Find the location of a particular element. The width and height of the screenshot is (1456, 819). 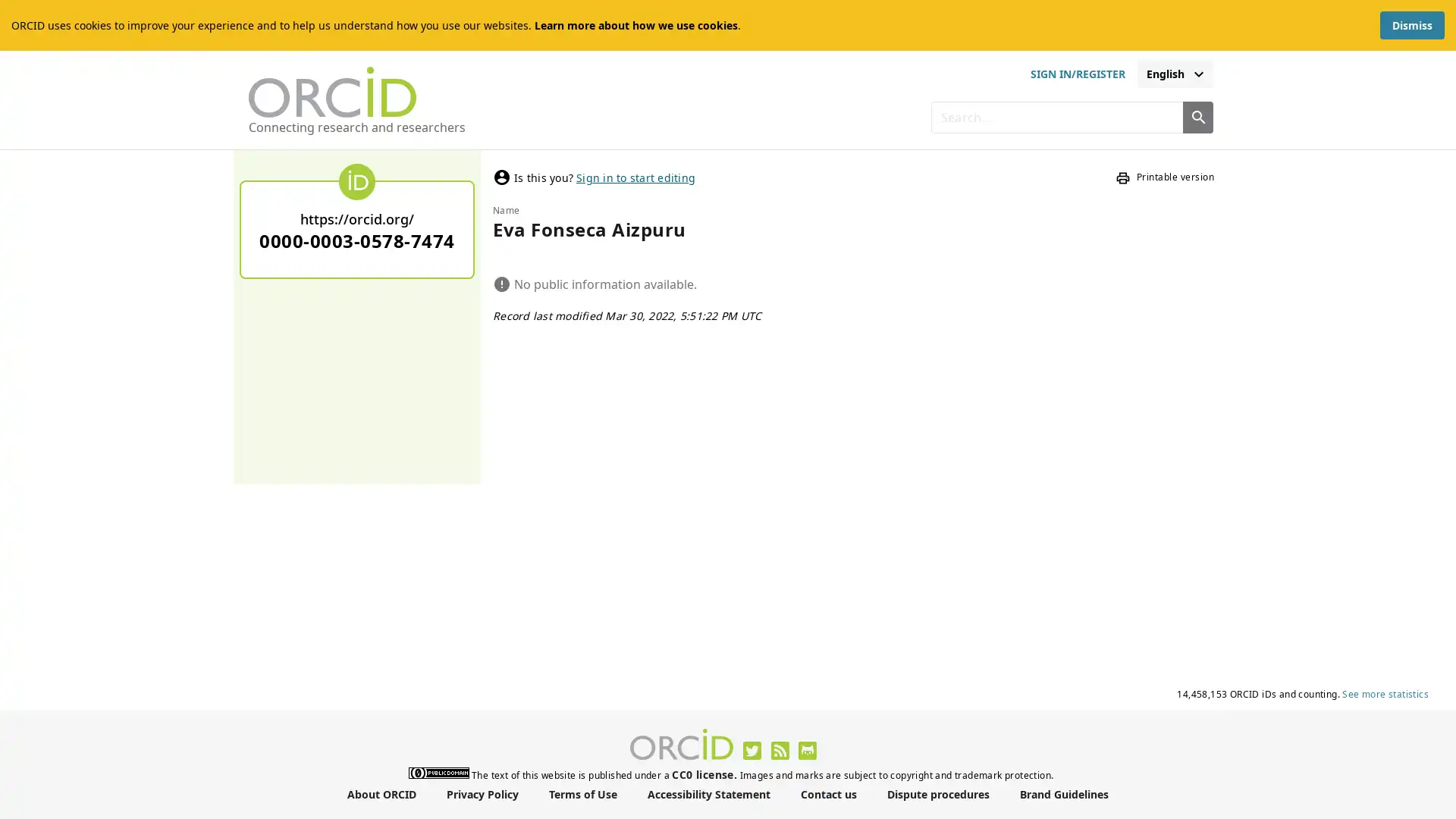

Printable version is located at coordinates (1164, 177).